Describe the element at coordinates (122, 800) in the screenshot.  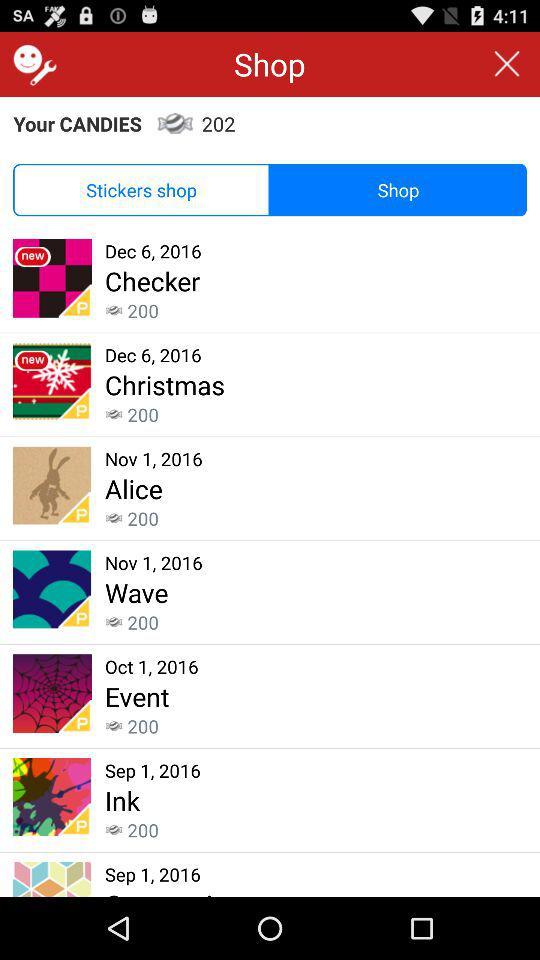
I see `the item above the 200 item` at that location.